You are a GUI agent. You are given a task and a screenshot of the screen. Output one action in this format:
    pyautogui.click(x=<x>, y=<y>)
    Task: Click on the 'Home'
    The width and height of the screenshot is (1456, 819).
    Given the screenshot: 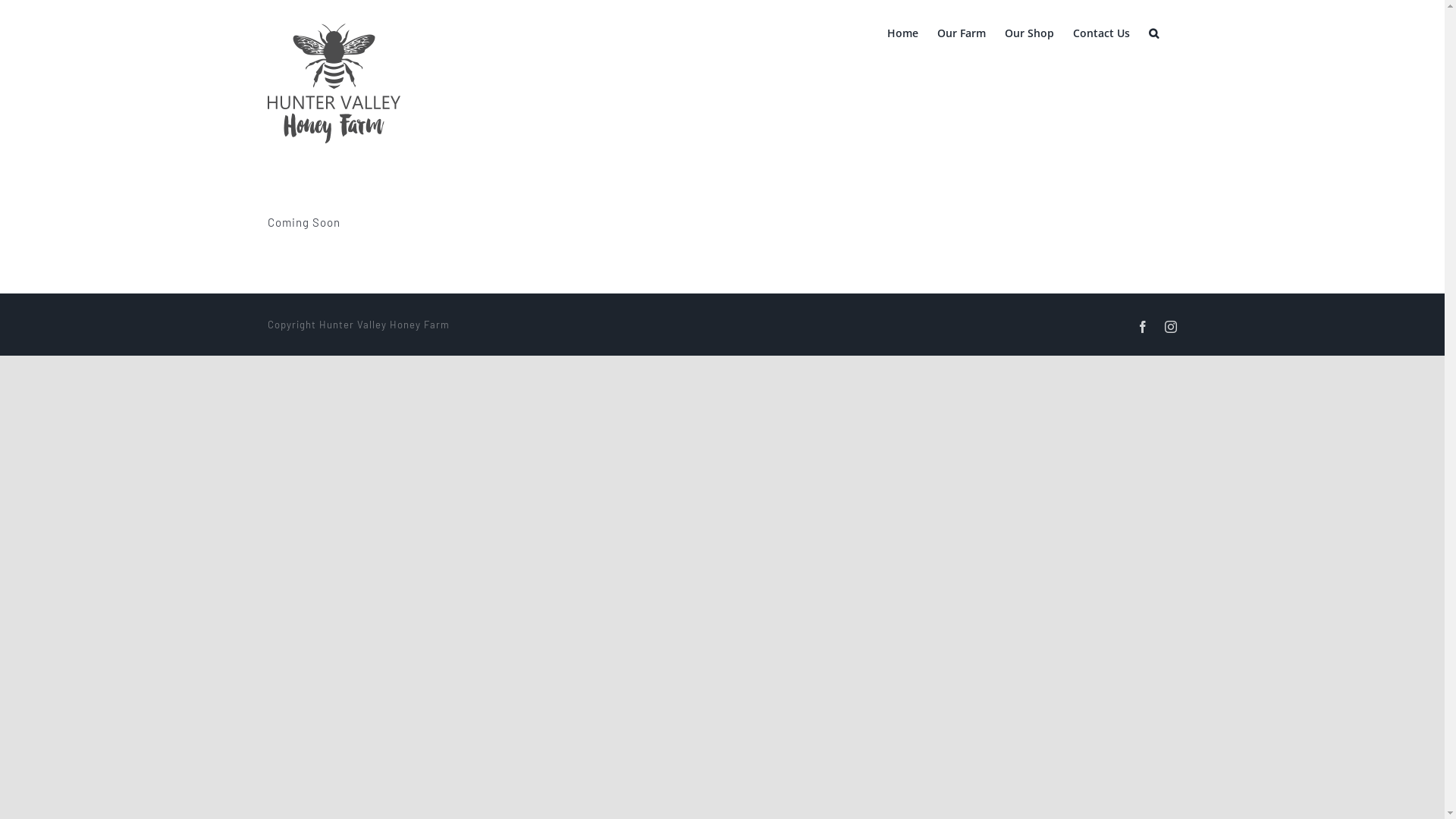 What is the action you would take?
    pyautogui.click(x=887, y=32)
    